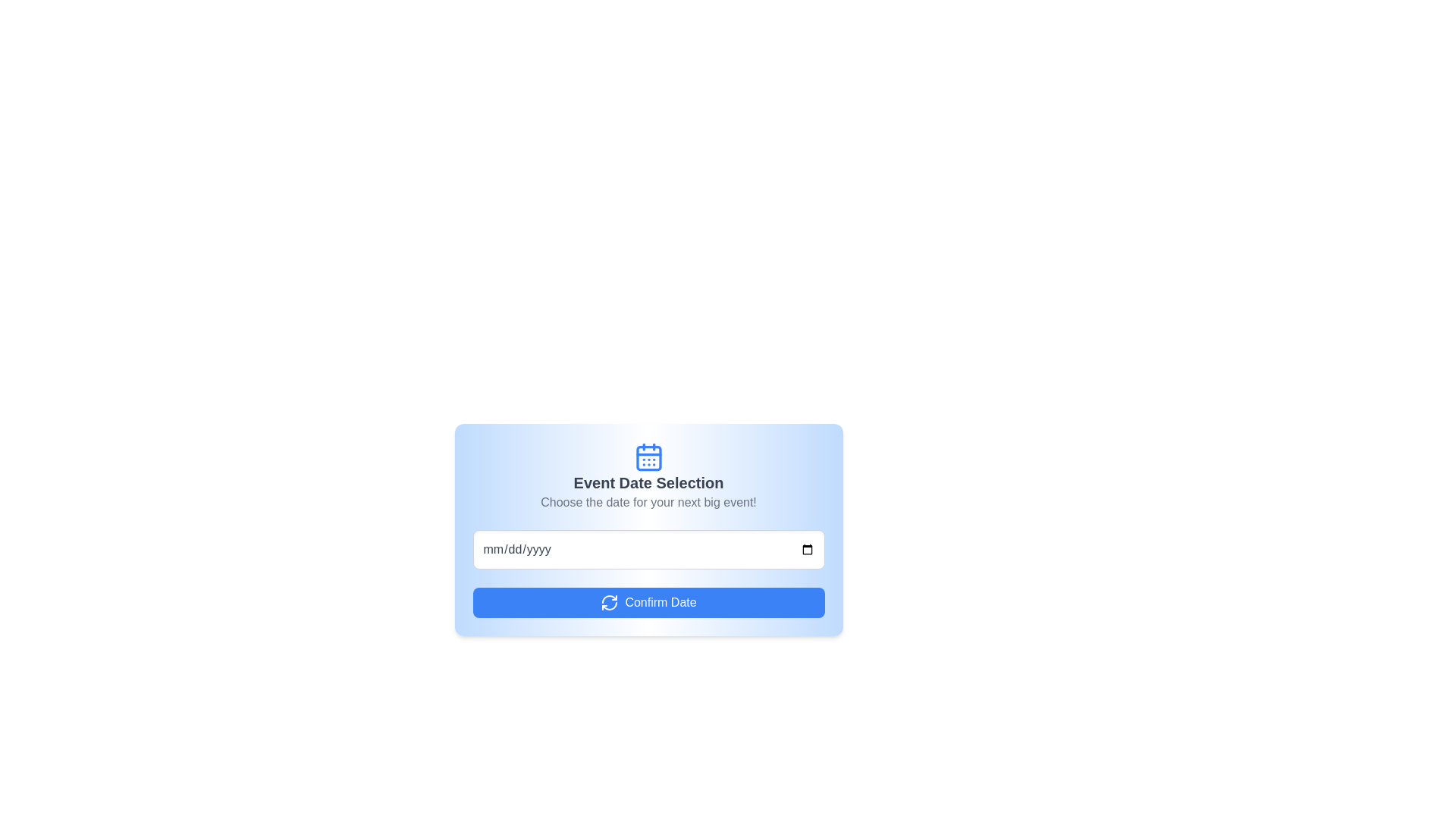 This screenshot has height=819, width=1456. What do you see at coordinates (610, 601) in the screenshot?
I see `the circular refresh icon that is part of the 'Confirm Date' button, which is colored white on a blue background and located adjacent to the text label 'Confirm Date.'` at bounding box center [610, 601].